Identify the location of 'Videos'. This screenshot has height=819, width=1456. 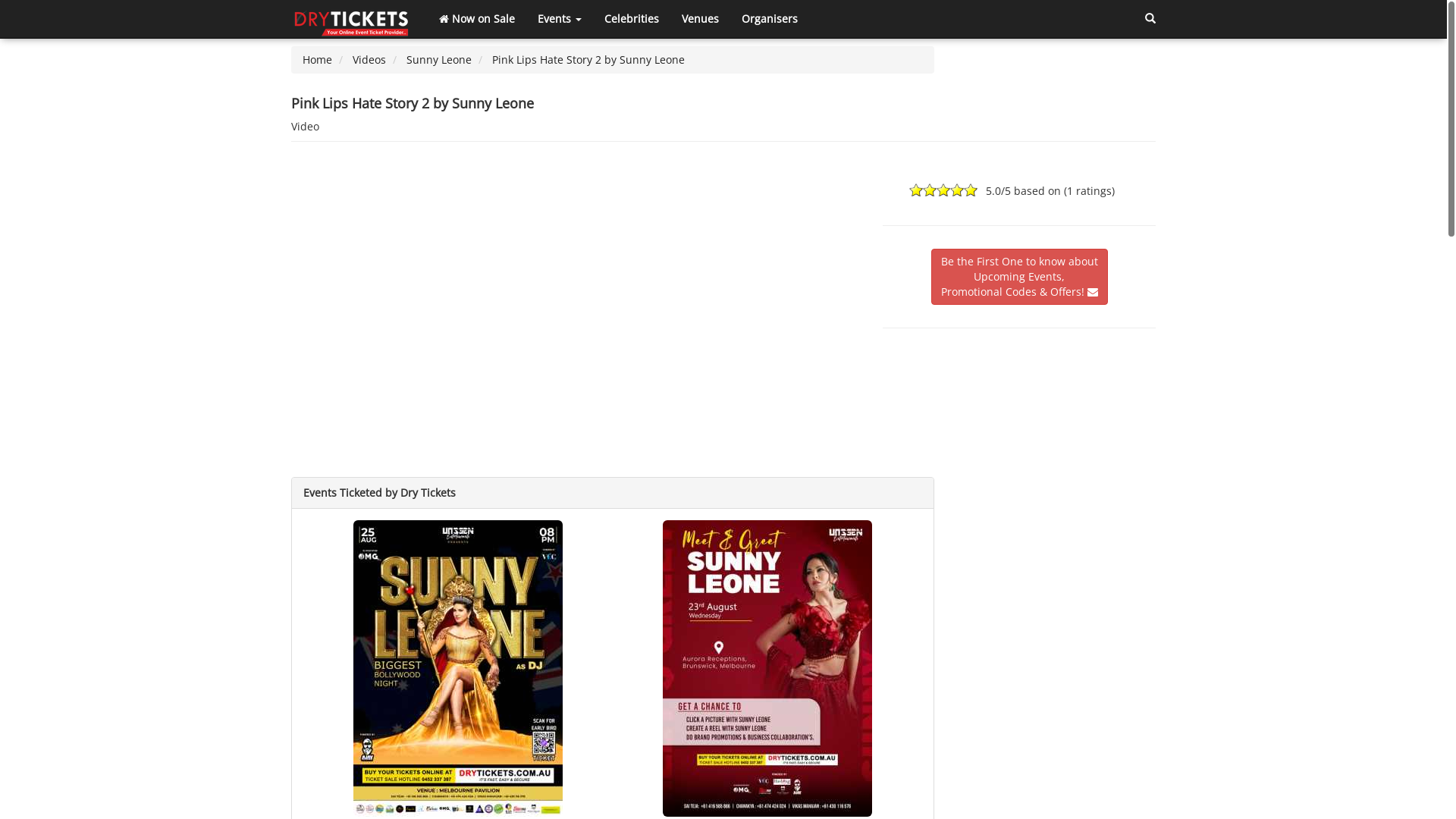
(369, 58).